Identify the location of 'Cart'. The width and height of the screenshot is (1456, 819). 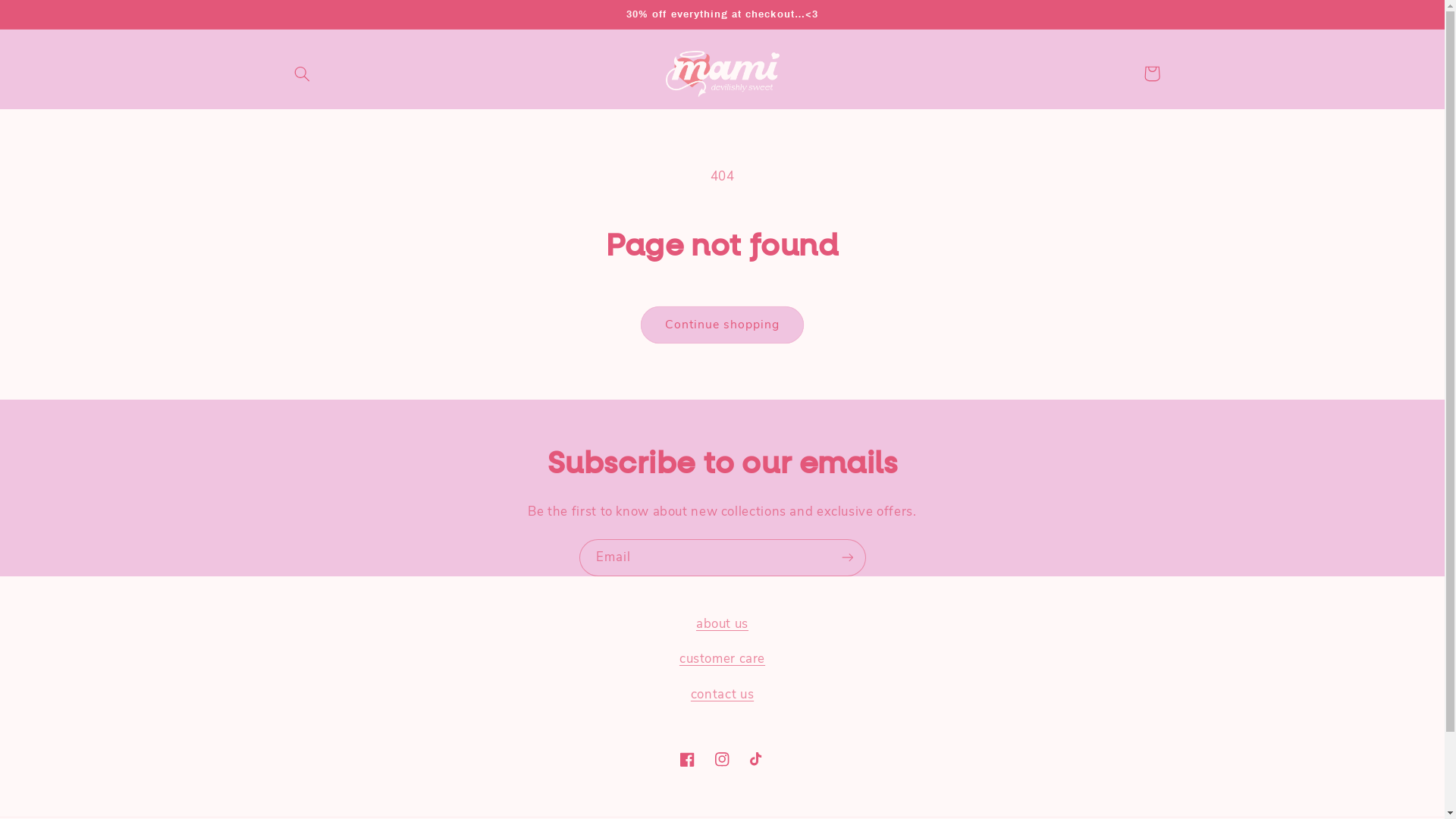
(1134, 73).